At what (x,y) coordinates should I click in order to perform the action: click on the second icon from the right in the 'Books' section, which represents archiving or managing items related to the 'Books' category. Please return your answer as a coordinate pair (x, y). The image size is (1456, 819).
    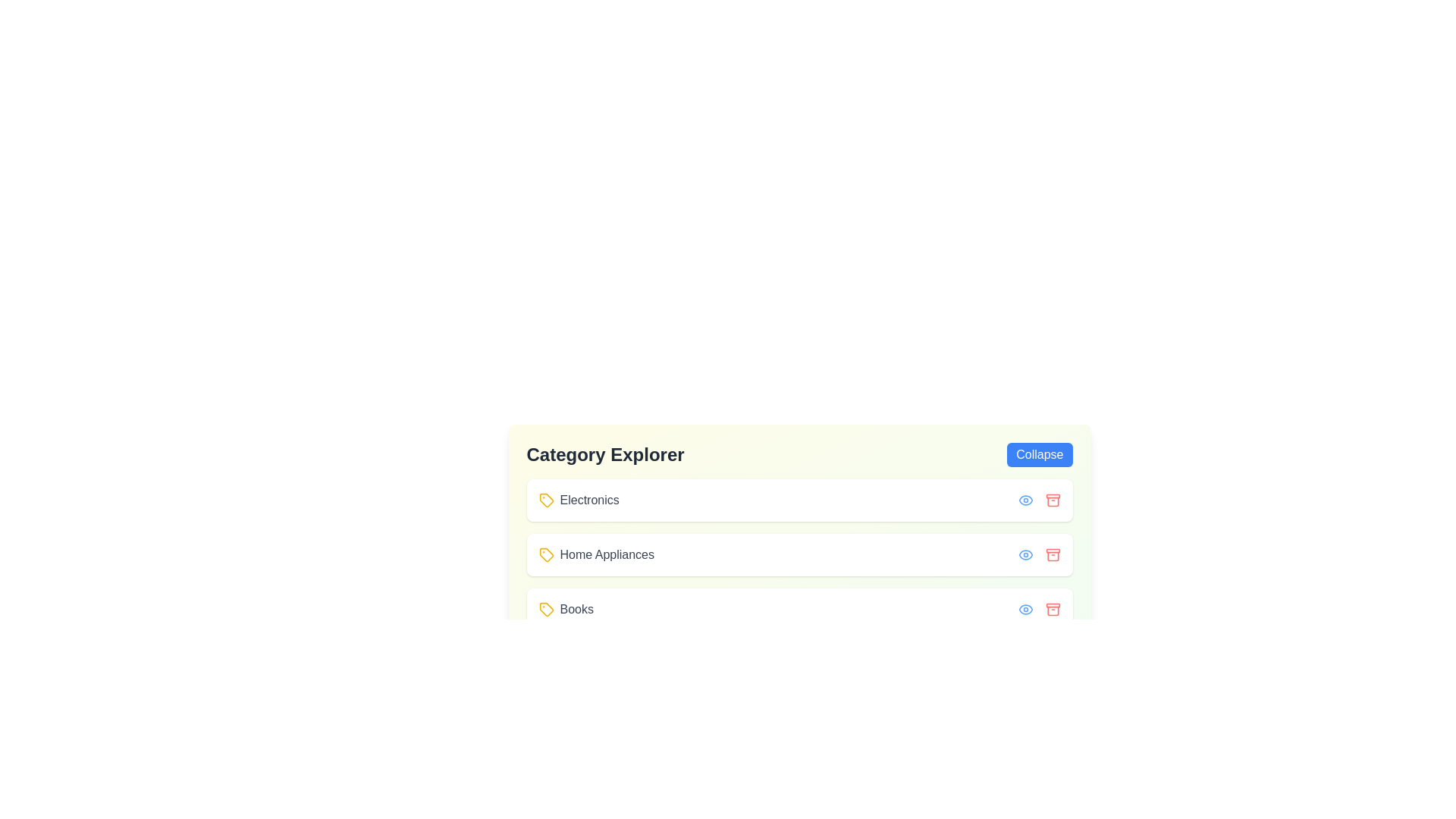
    Looking at the image, I should click on (1052, 608).